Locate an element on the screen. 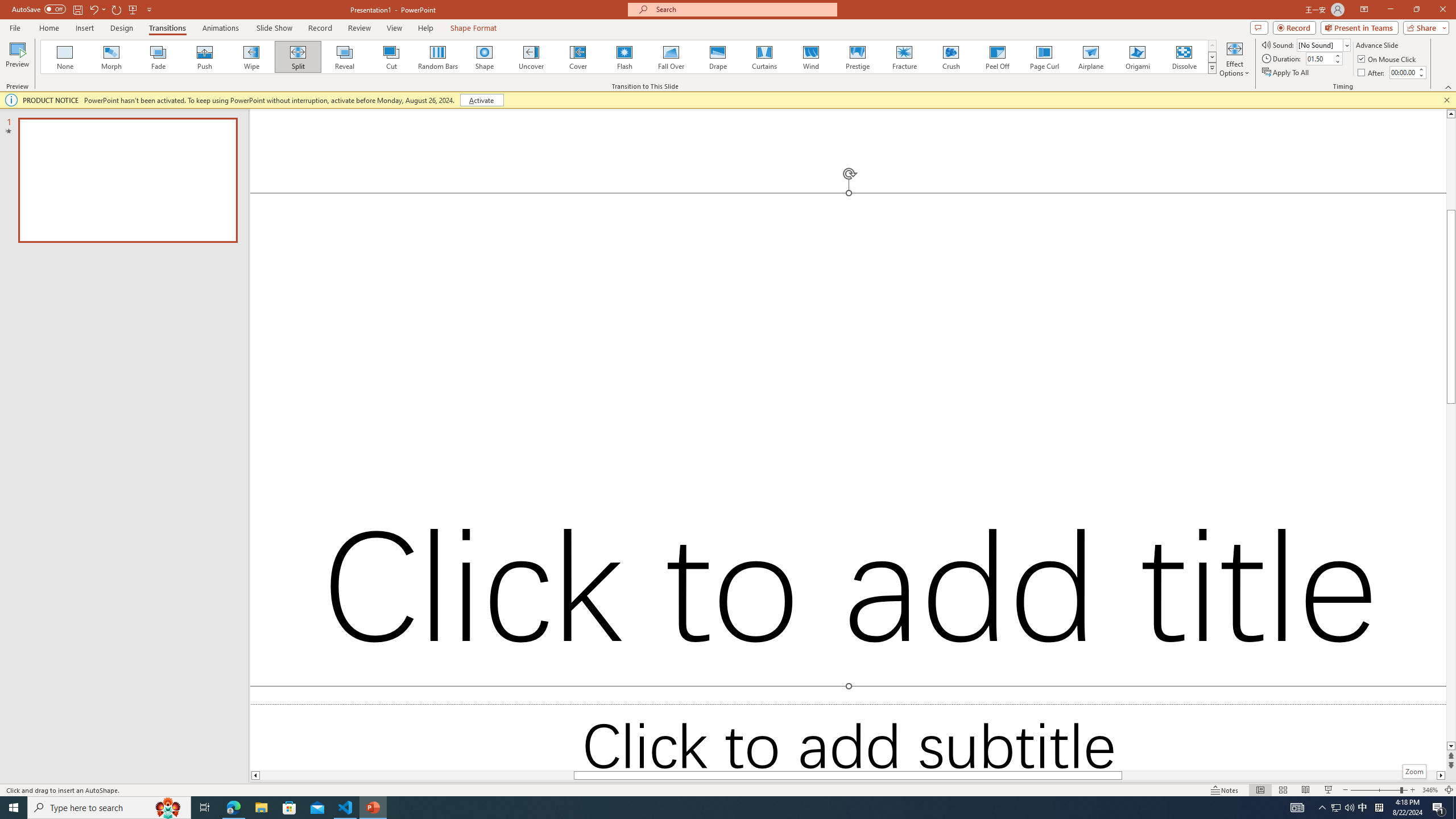 The width and height of the screenshot is (1456, 819). 'Crush' is located at coordinates (950, 56).